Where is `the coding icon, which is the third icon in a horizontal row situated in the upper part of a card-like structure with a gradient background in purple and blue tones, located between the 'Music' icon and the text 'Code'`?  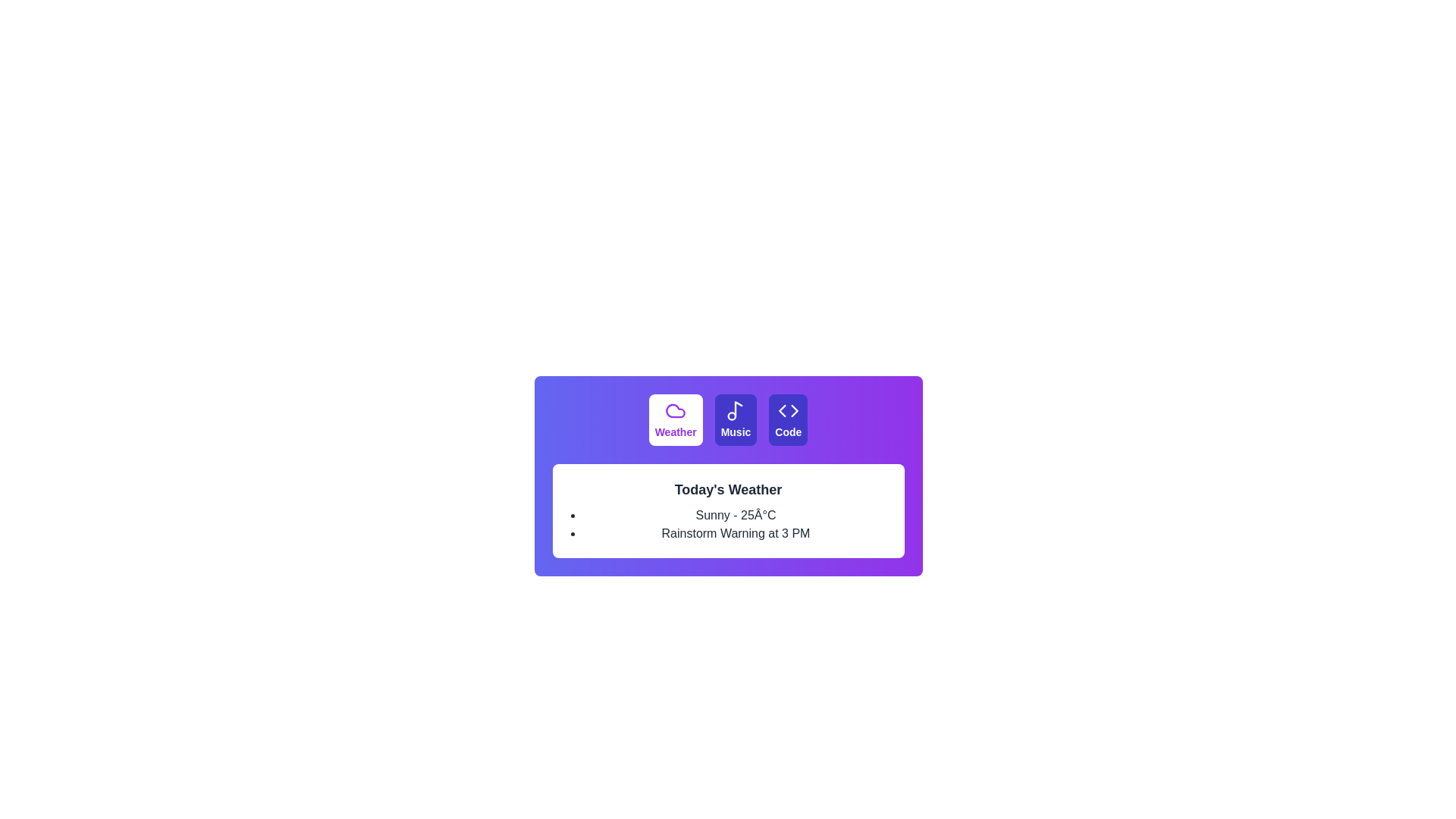
the coding icon, which is the third icon in a horizontal row situated in the upper part of a card-like structure with a gradient background in purple and blue tones, located between the 'Music' icon and the text 'Code' is located at coordinates (788, 411).